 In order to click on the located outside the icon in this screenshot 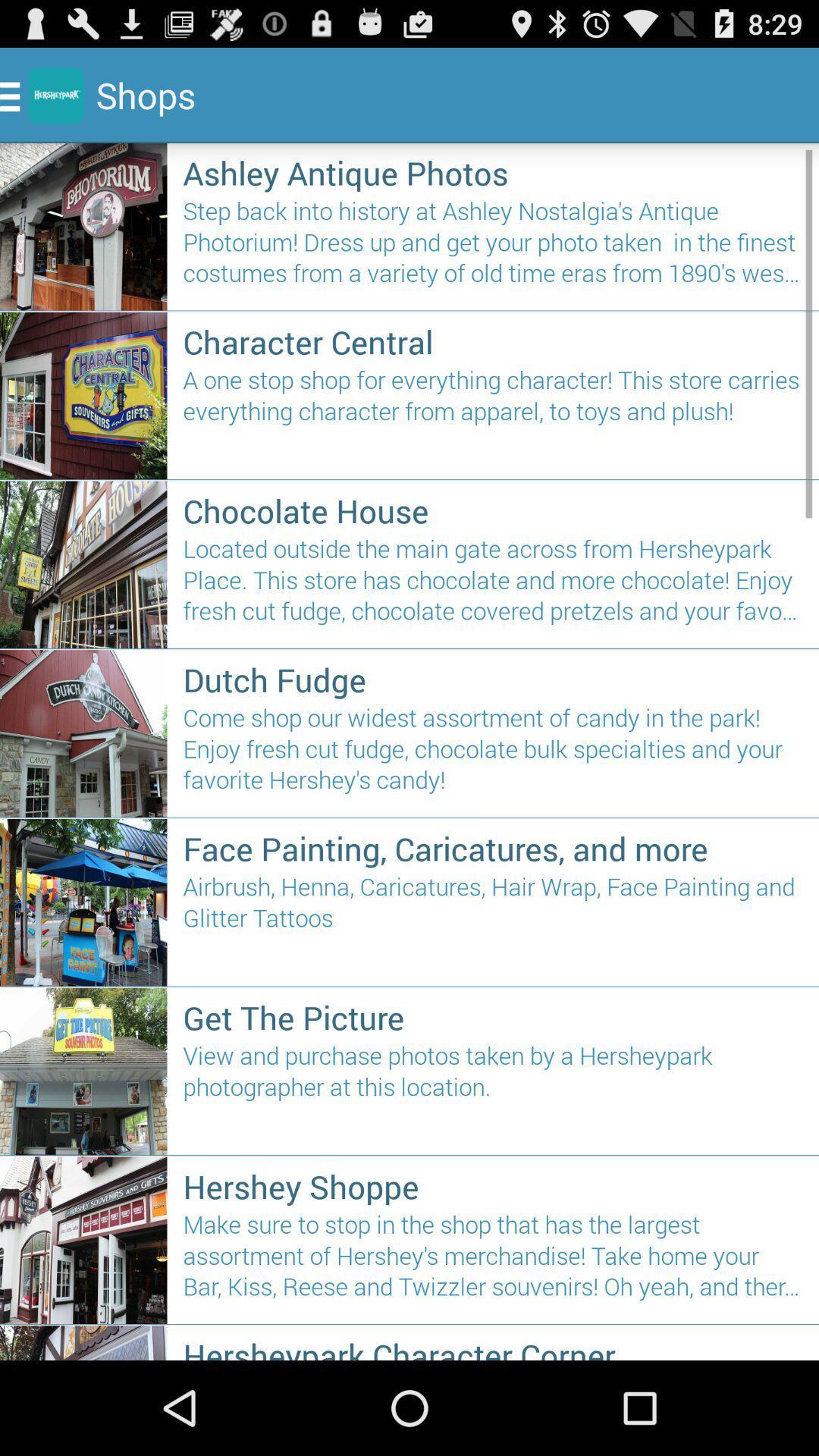, I will do `click(493, 585)`.